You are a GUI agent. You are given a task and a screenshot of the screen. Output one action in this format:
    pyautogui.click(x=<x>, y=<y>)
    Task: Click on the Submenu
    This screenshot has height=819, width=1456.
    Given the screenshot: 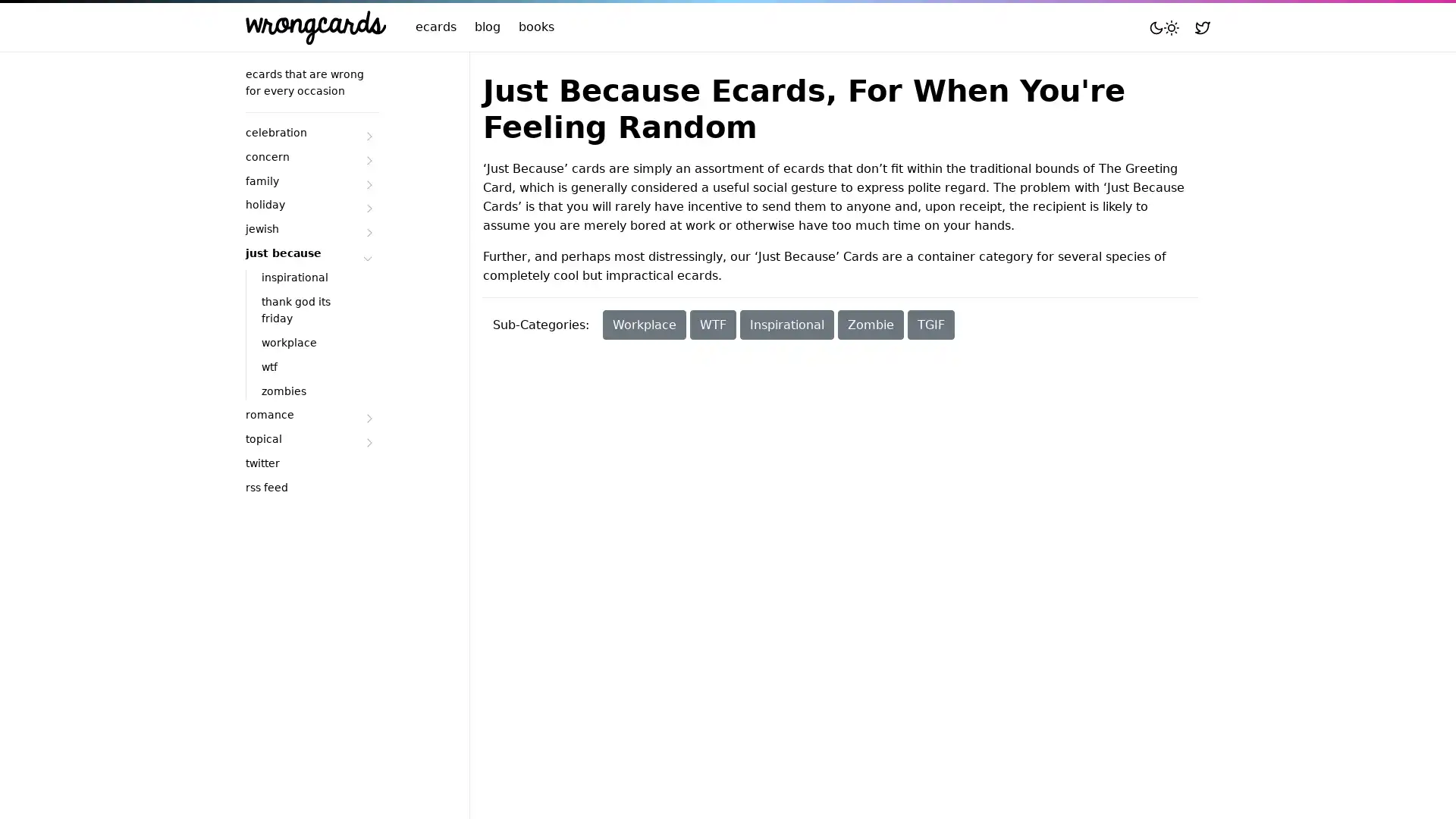 What is the action you would take?
    pyautogui.click(x=367, y=160)
    